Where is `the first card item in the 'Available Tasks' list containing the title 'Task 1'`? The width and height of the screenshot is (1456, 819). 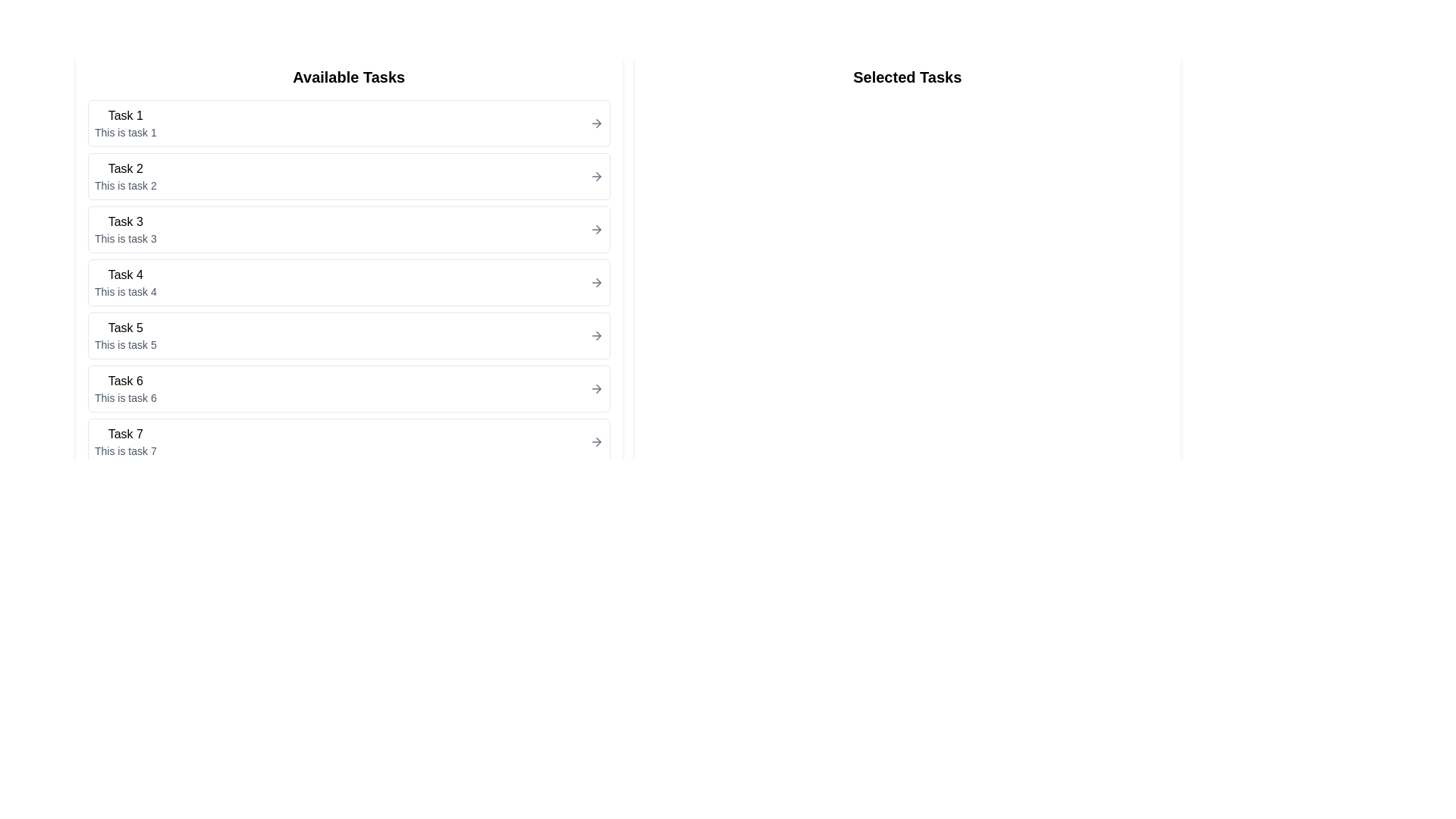 the first card item in the 'Available Tasks' list containing the title 'Task 1' is located at coordinates (125, 122).